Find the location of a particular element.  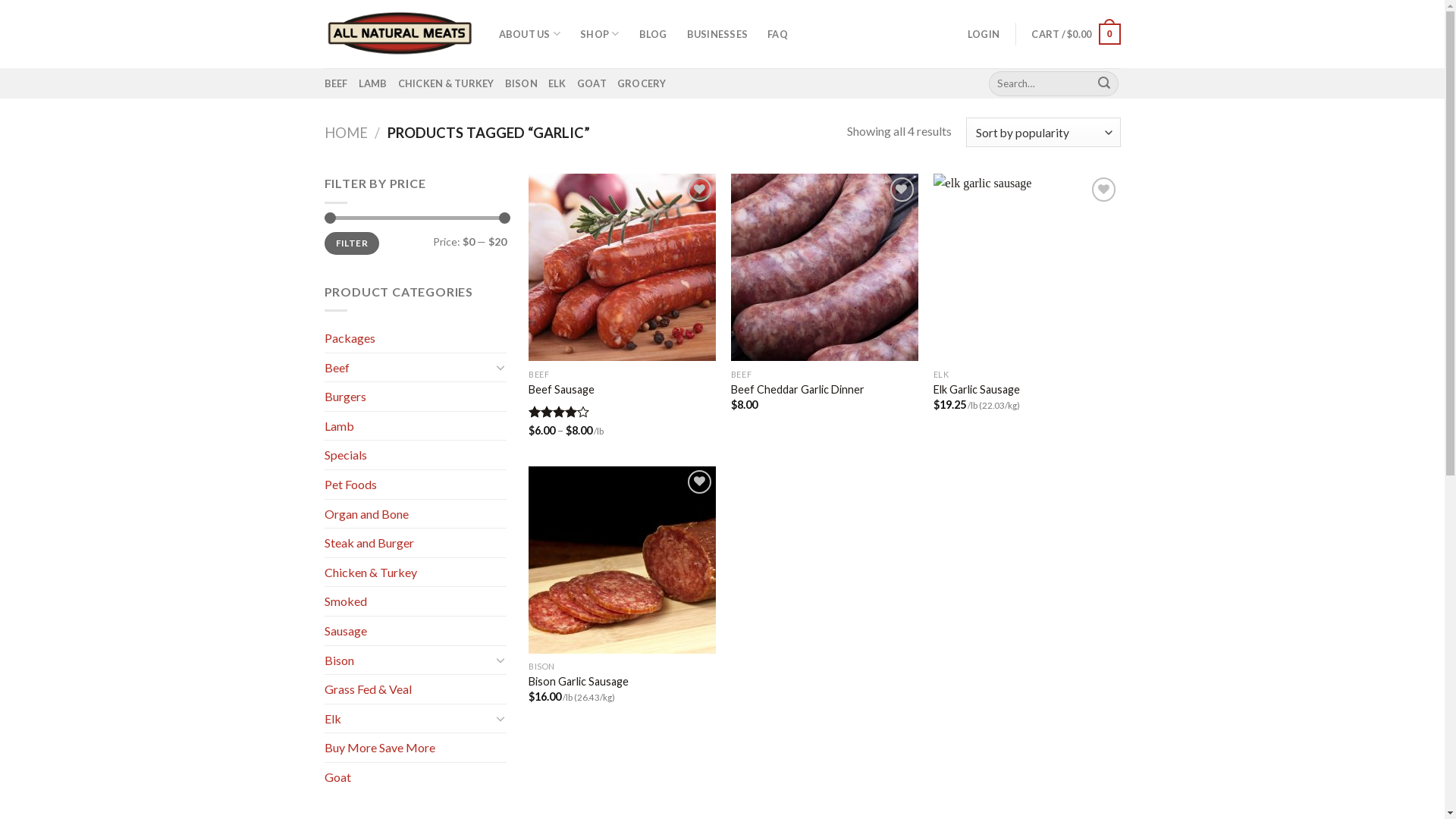

'BEEF' is located at coordinates (335, 83).